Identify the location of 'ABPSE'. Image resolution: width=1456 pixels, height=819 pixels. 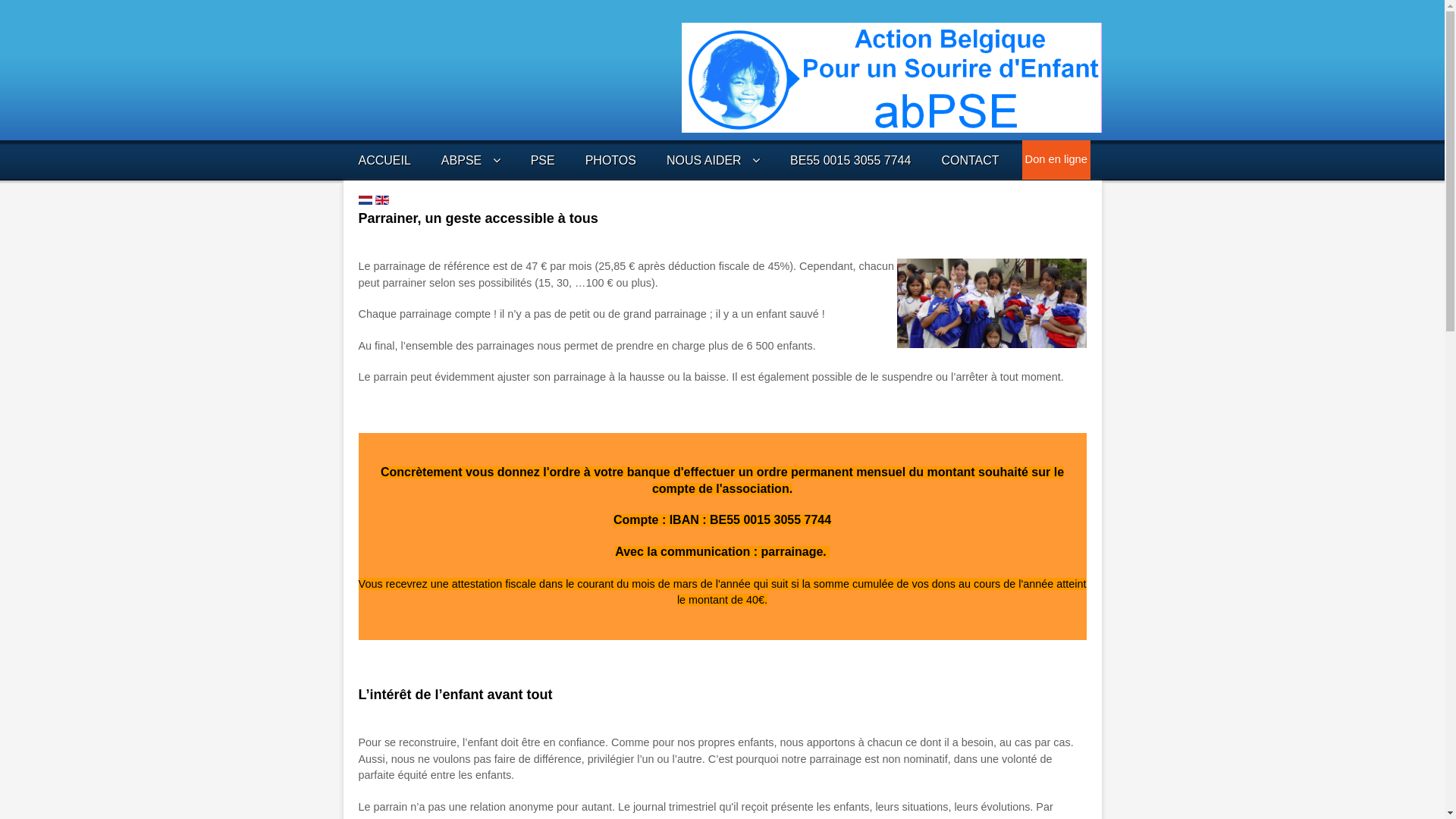
(440, 160).